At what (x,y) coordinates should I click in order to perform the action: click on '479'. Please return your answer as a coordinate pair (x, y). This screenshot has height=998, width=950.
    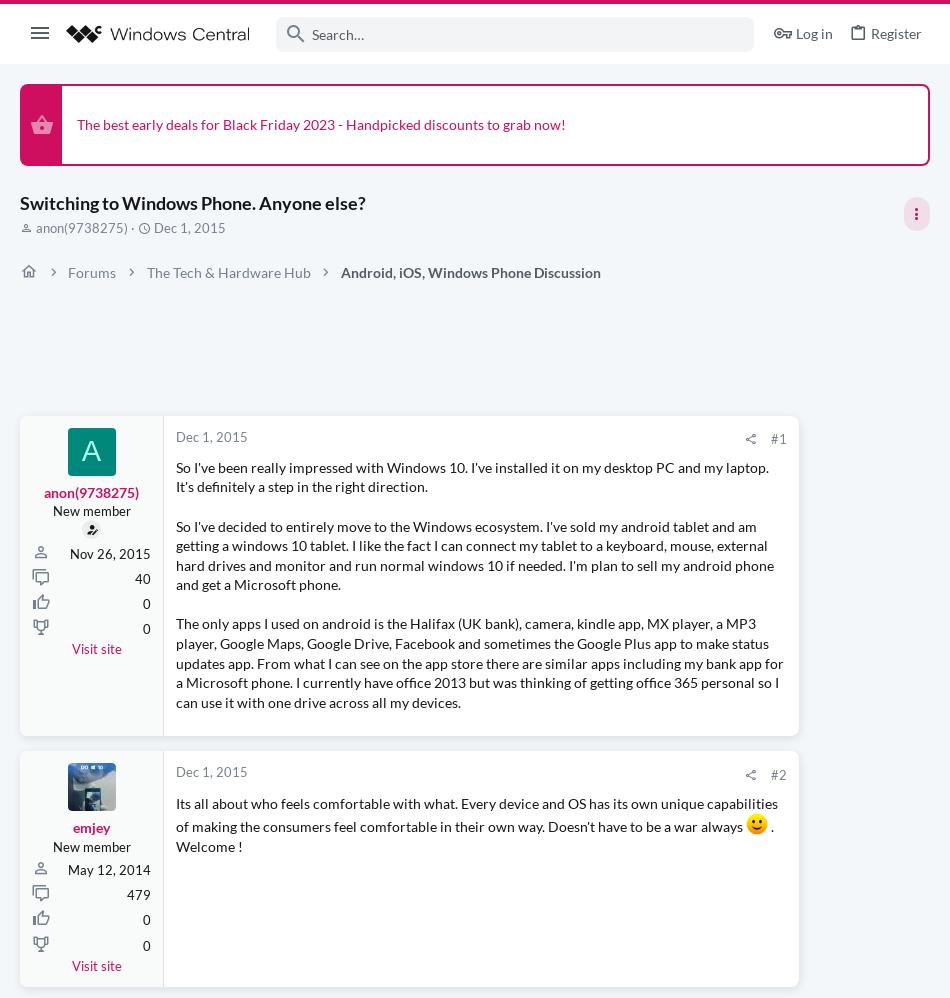
    Looking at the image, I should click on (138, 971).